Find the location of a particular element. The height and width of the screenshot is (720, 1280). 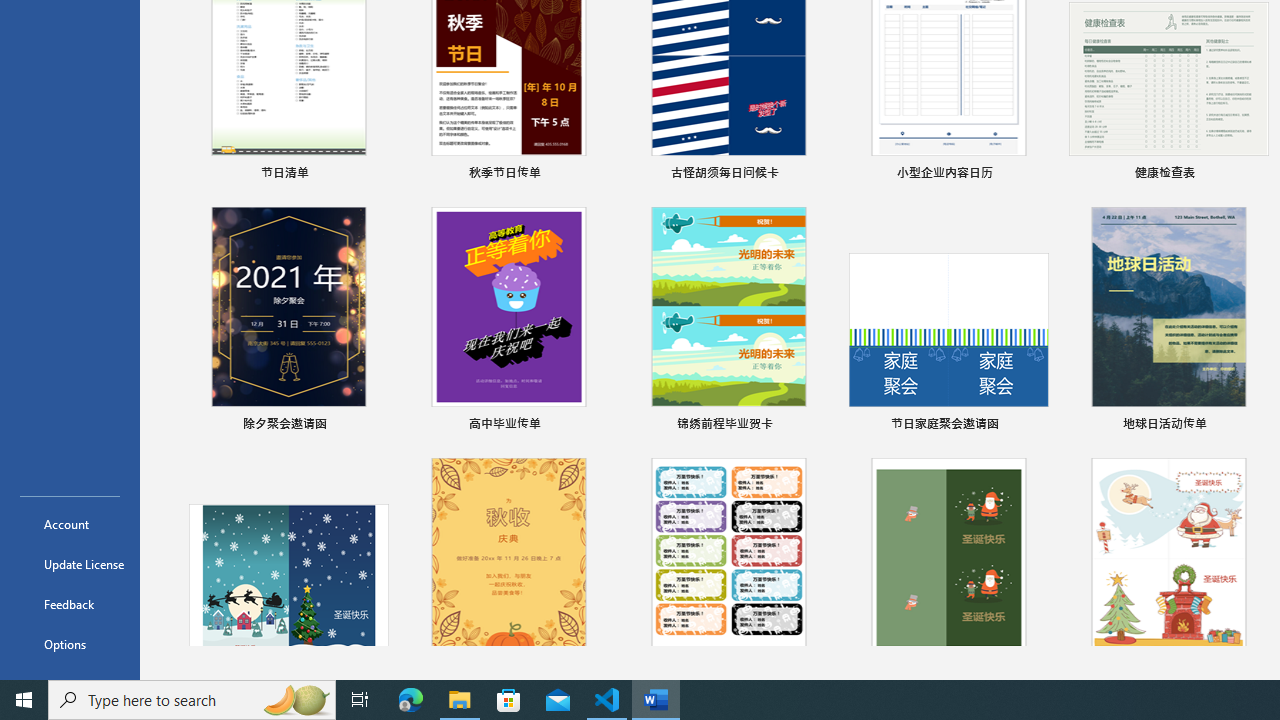

'Options' is located at coordinates (69, 644).